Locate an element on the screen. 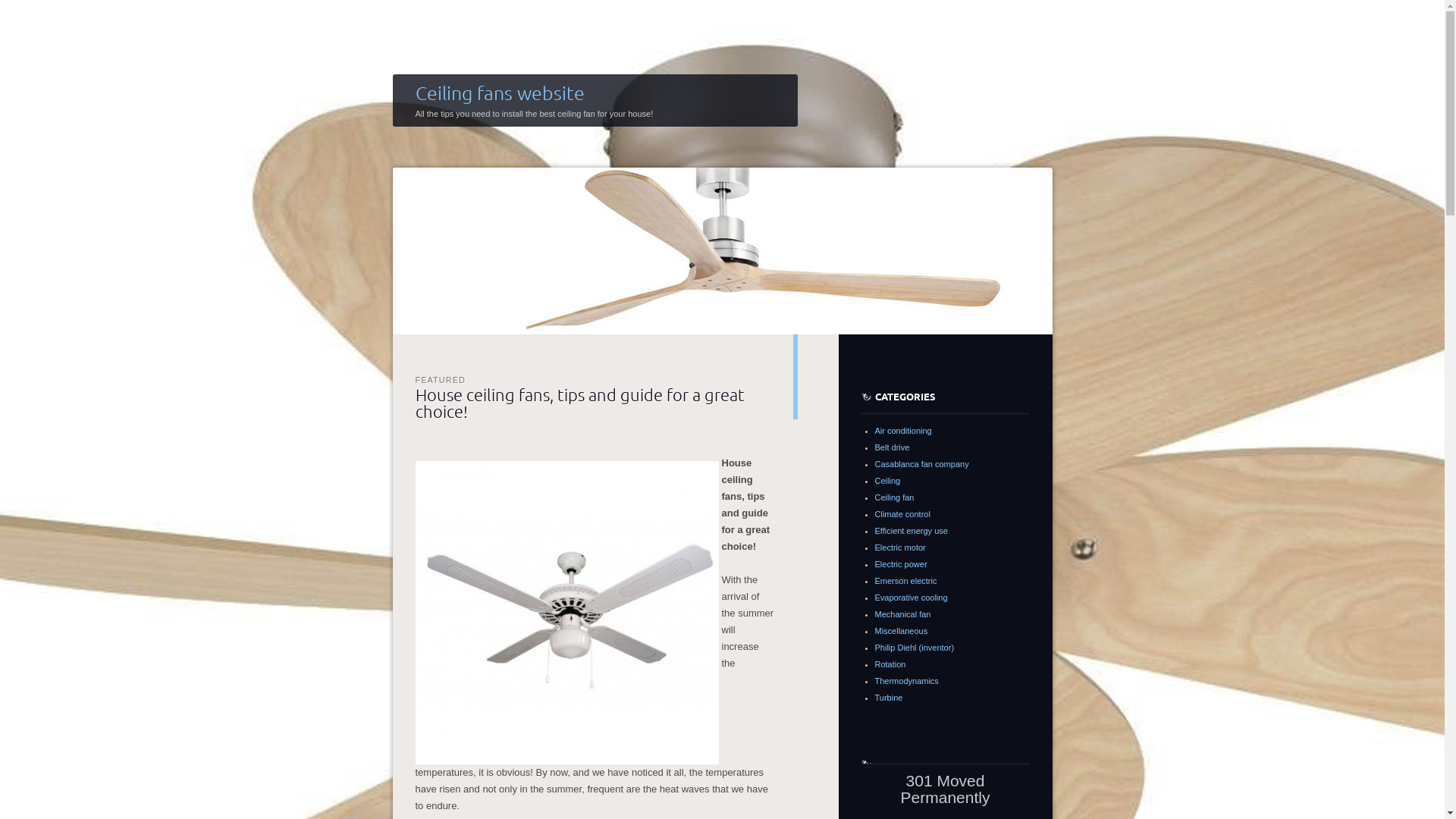  'Ceiling fans website' is located at coordinates (500, 93).